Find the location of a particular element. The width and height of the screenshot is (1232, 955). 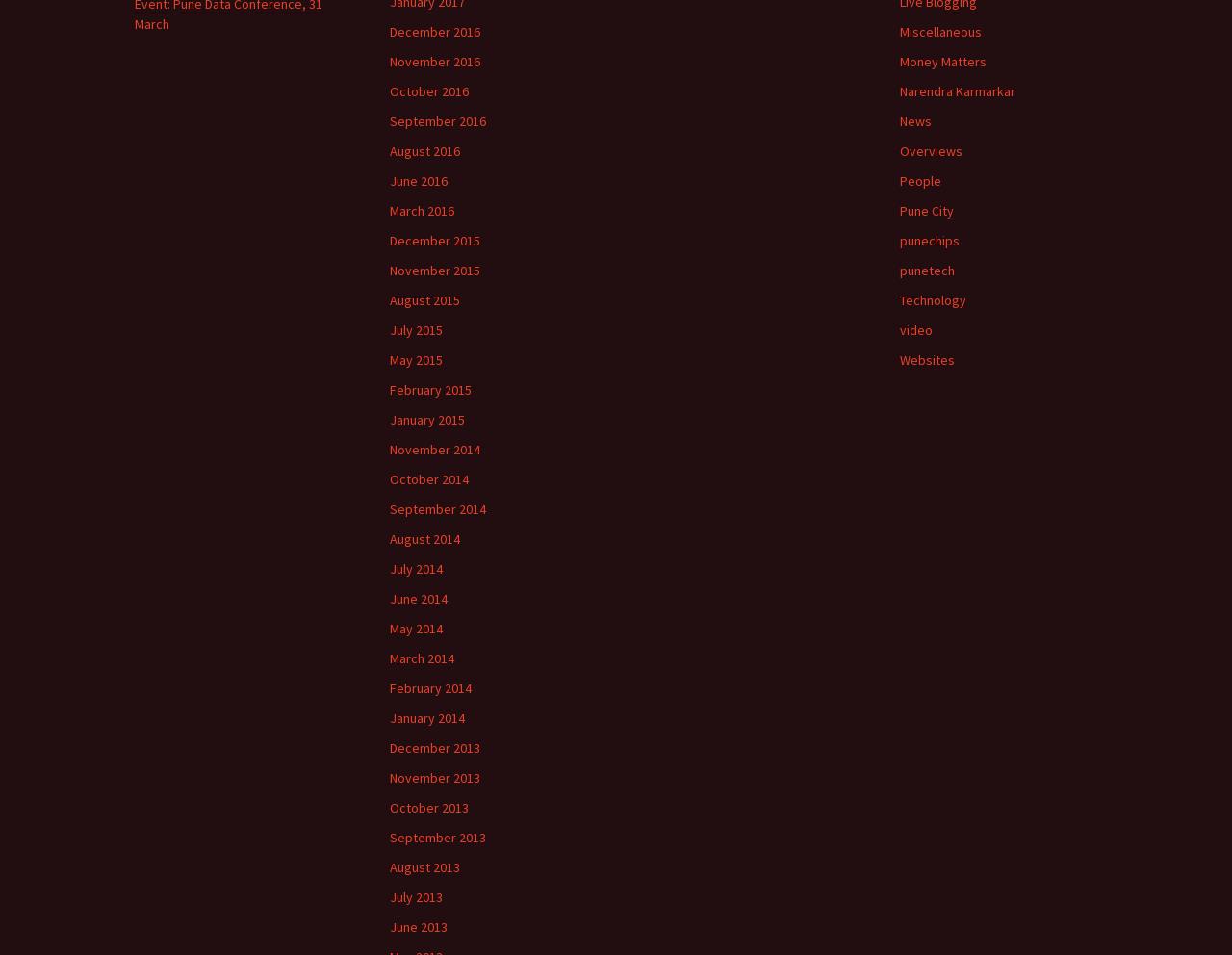

'video' is located at coordinates (915, 329).